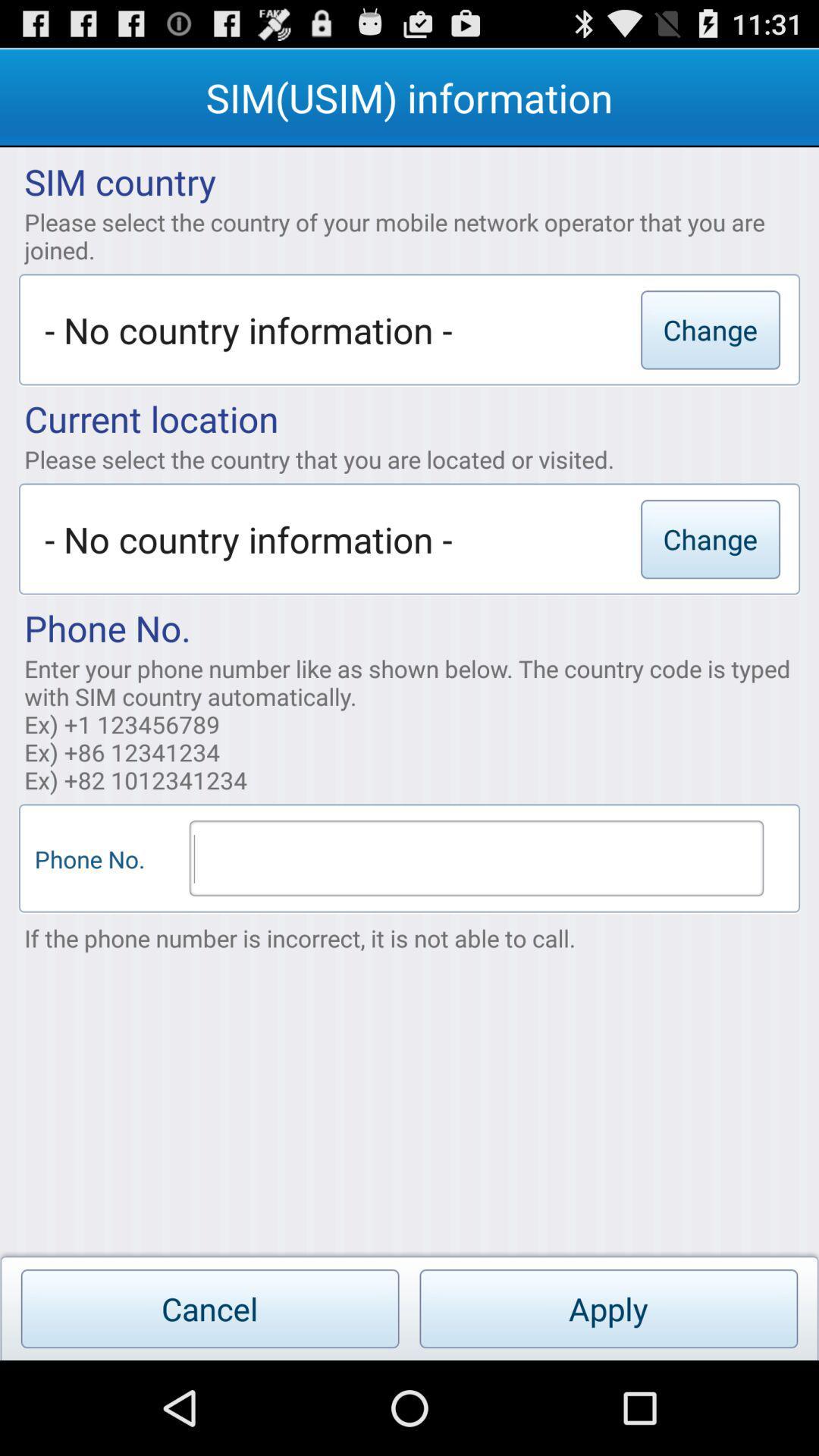  What do you see at coordinates (210, 1308) in the screenshot?
I see `the cancel button` at bounding box center [210, 1308].